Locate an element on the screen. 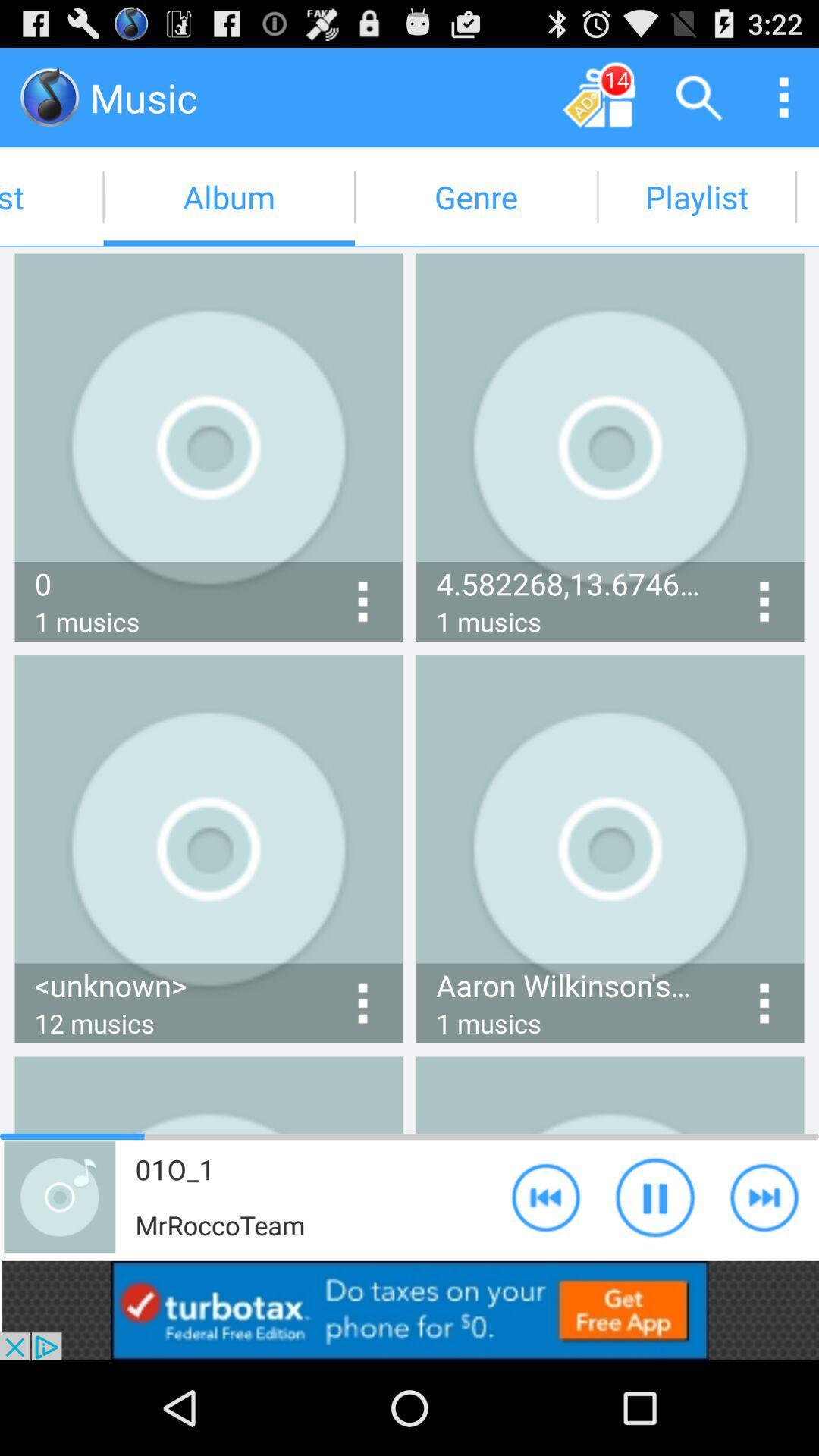 The height and width of the screenshot is (1456, 819). go back is located at coordinates (546, 1196).